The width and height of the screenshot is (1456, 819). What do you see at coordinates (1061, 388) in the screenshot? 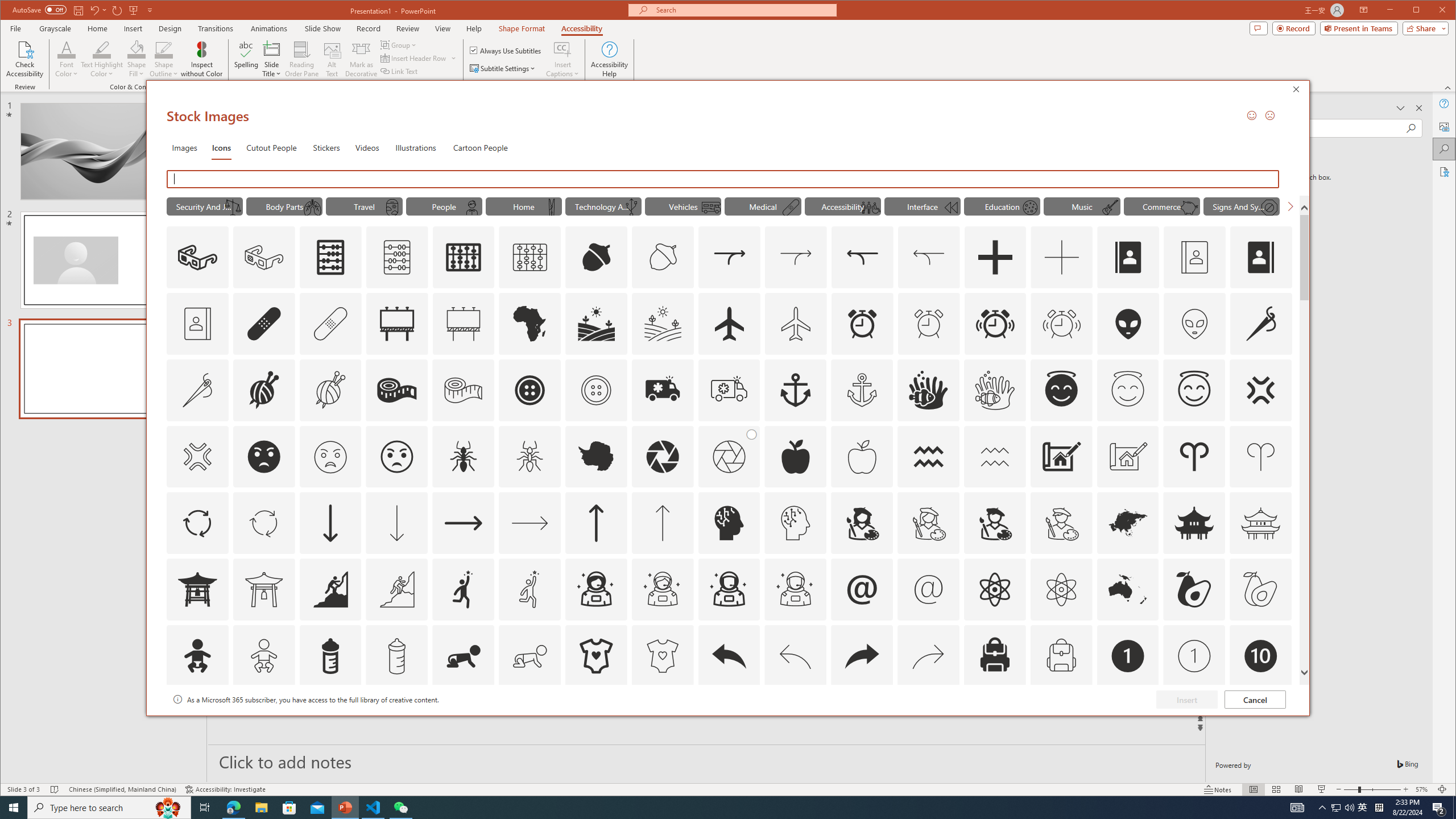
I see `'AutomationID: _134_Angel_Face_A'` at bounding box center [1061, 388].